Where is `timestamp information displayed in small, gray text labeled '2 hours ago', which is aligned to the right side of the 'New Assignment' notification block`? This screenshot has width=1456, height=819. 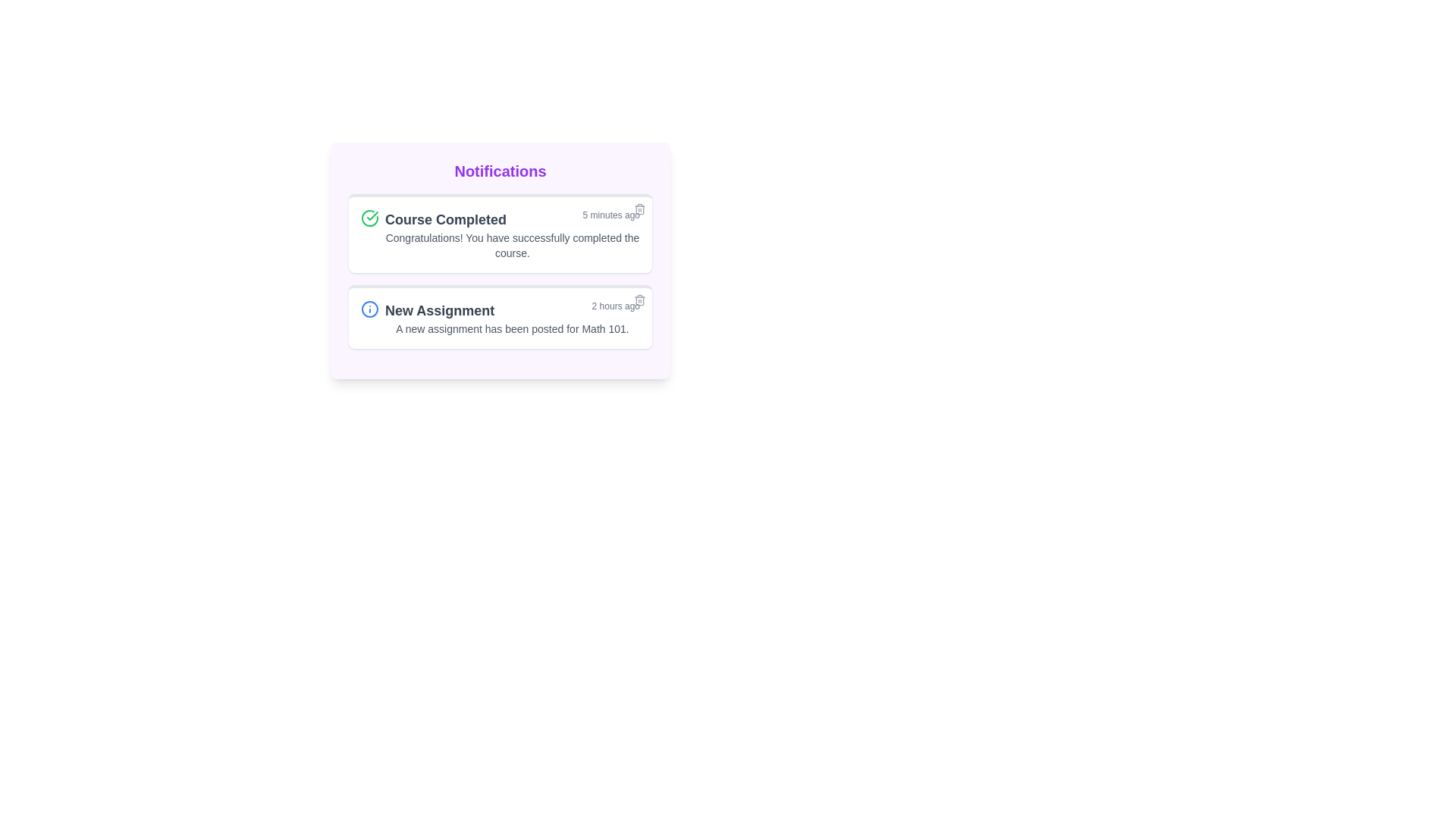
timestamp information displayed in small, gray text labeled '2 hours ago', which is aligned to the right side of the 'New Assignment' notification block is located at coordinates (616, 309).